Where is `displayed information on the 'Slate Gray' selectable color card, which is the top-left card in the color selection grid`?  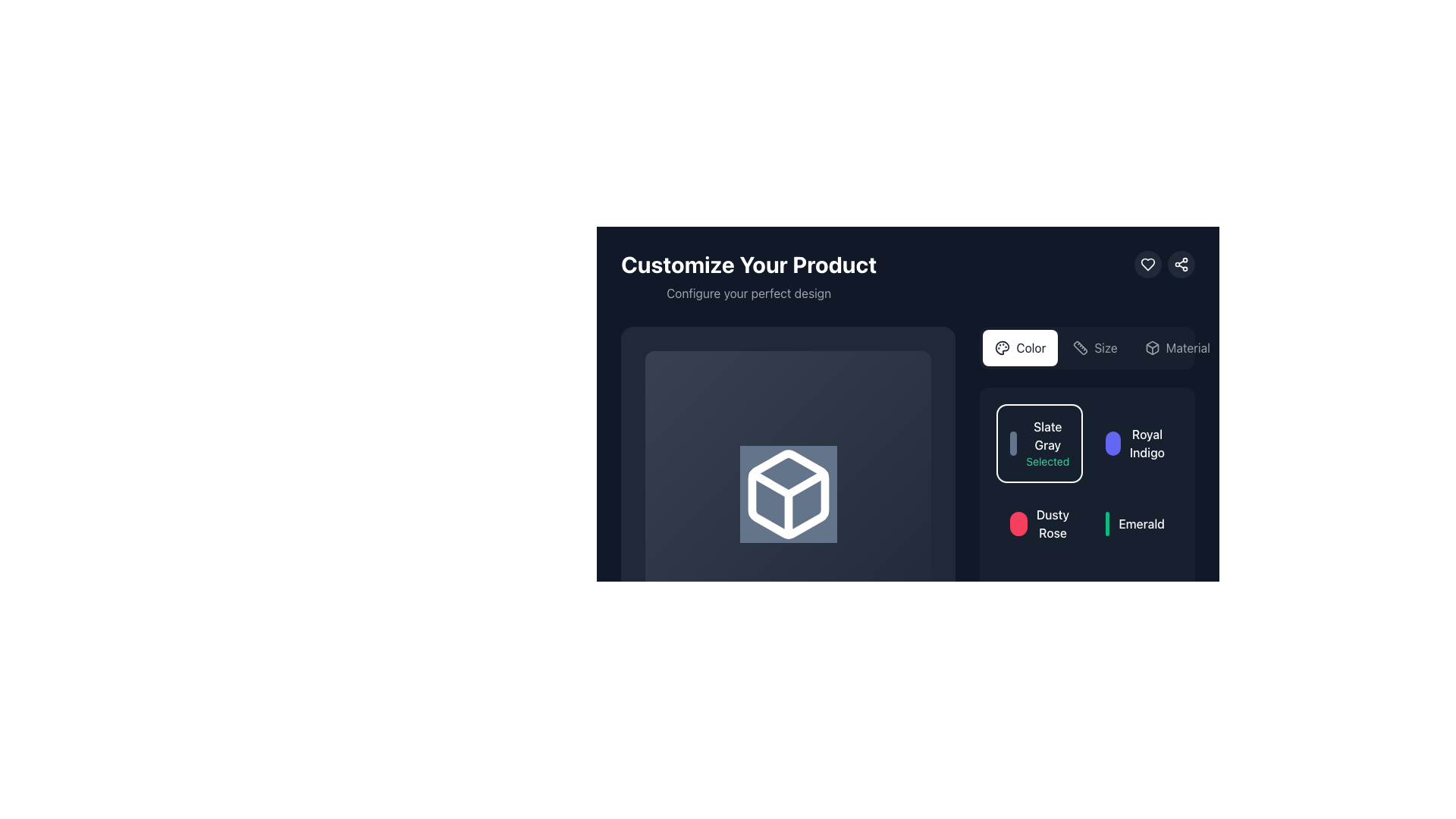
displayed information on the 'Slate Gray' selectable color card, which is the top-left card in the color selection grid is located at coordinates (1039, 444).